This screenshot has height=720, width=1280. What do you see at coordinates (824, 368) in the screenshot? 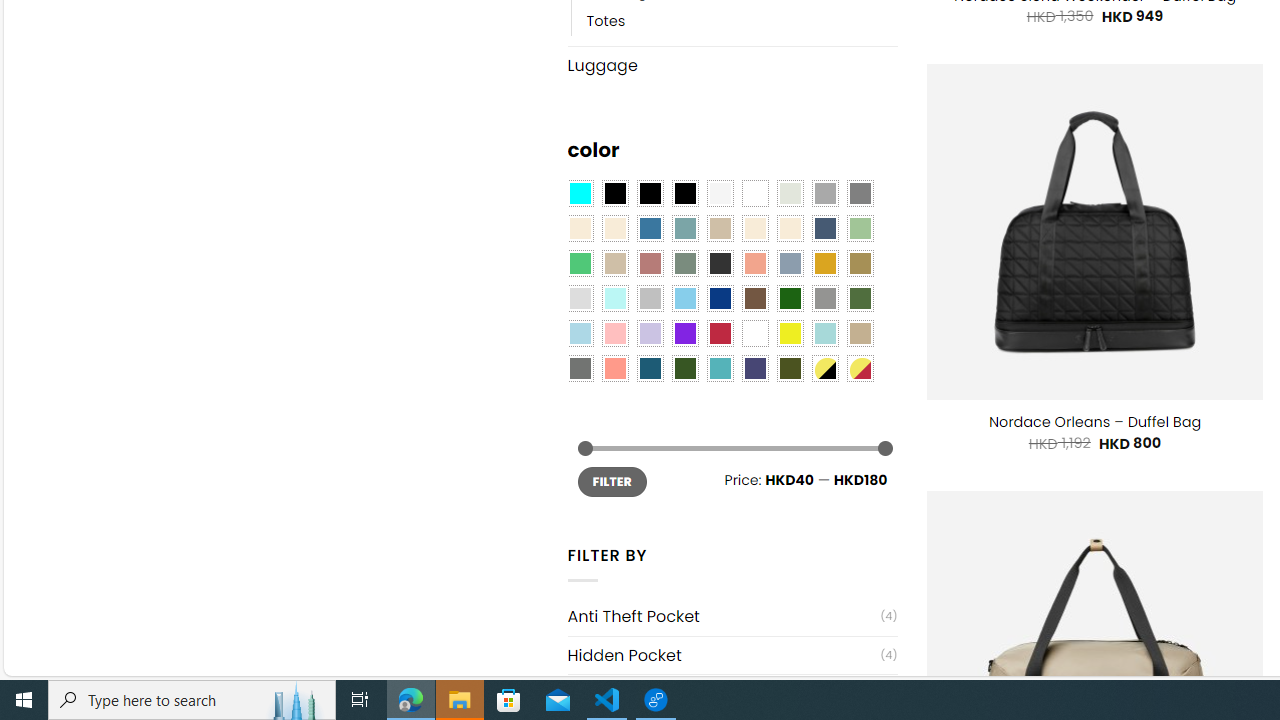
I see `'Yellow-Black'` at bounding box center [824, 368].